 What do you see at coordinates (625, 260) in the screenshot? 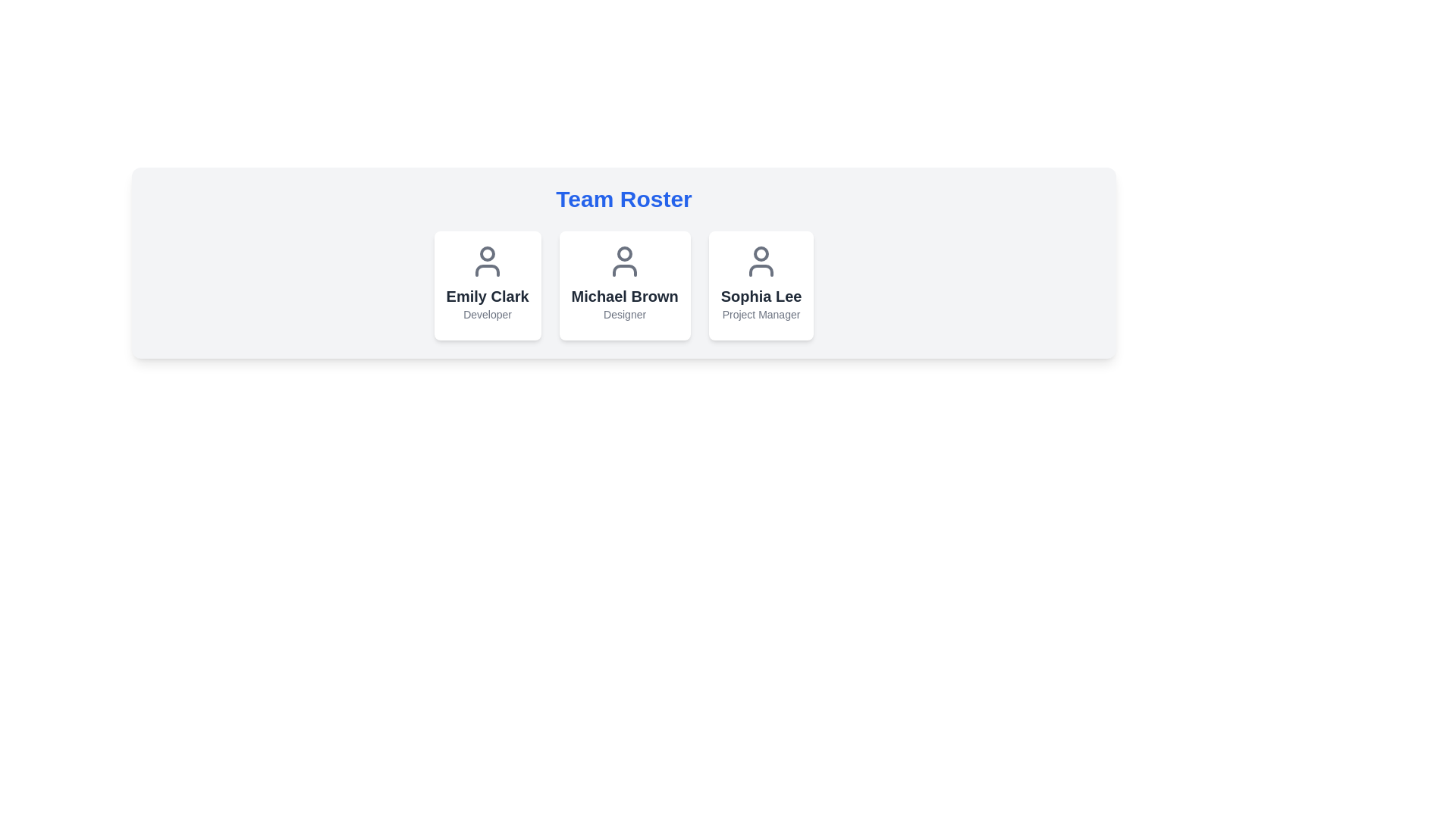
I see `the user icon representing Michael Brown in the Team Roster section, which is a gray outline of a human figure, situated above the name and designation` at bounding box center [625, 260].